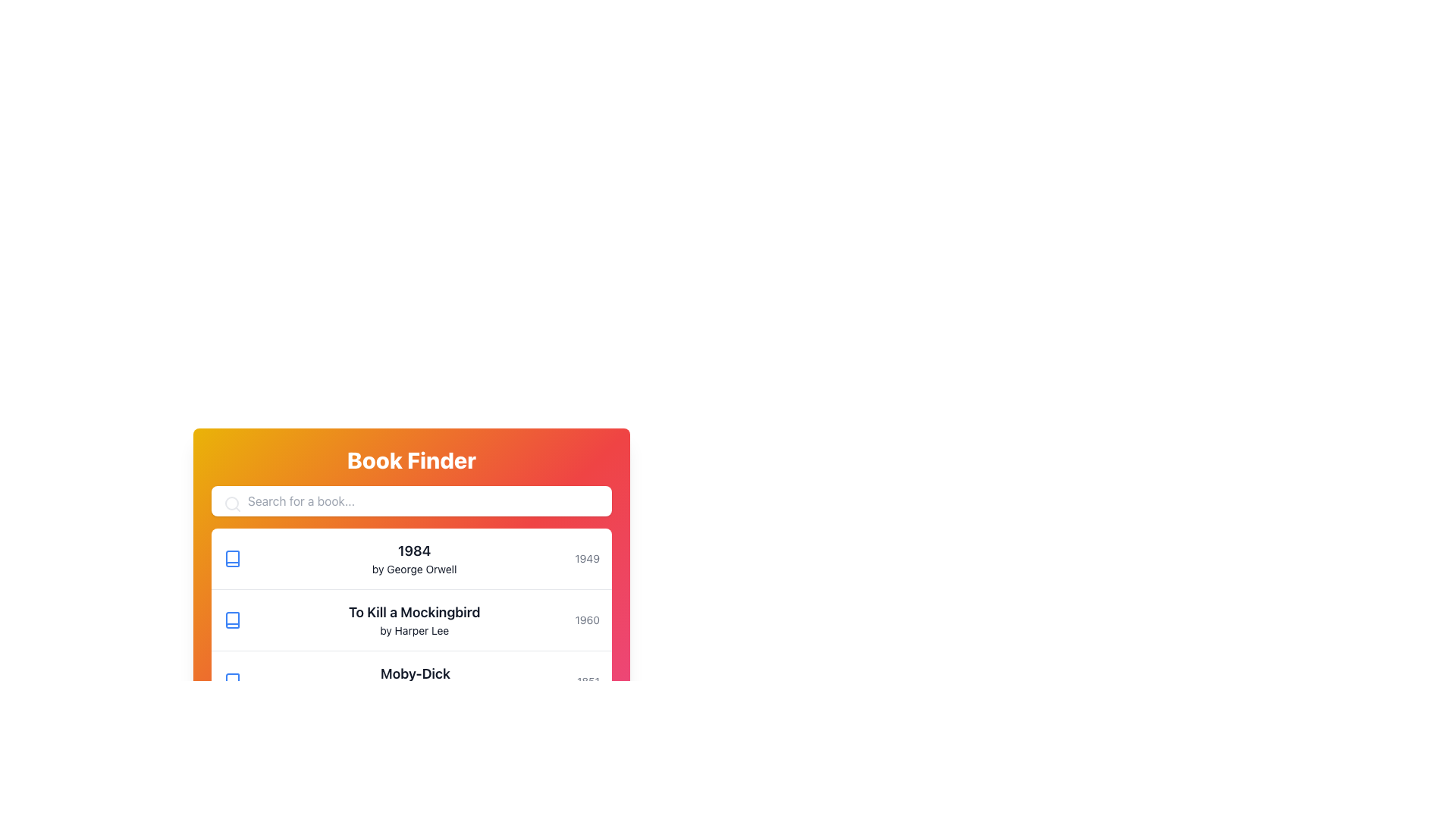 Image resolution: width=1456 pixels, height=819 pixels. Describe the element at coordinates (232, 680) in the screenshot. I see `the book icon associated with 'Moby-Dick'` at that location.